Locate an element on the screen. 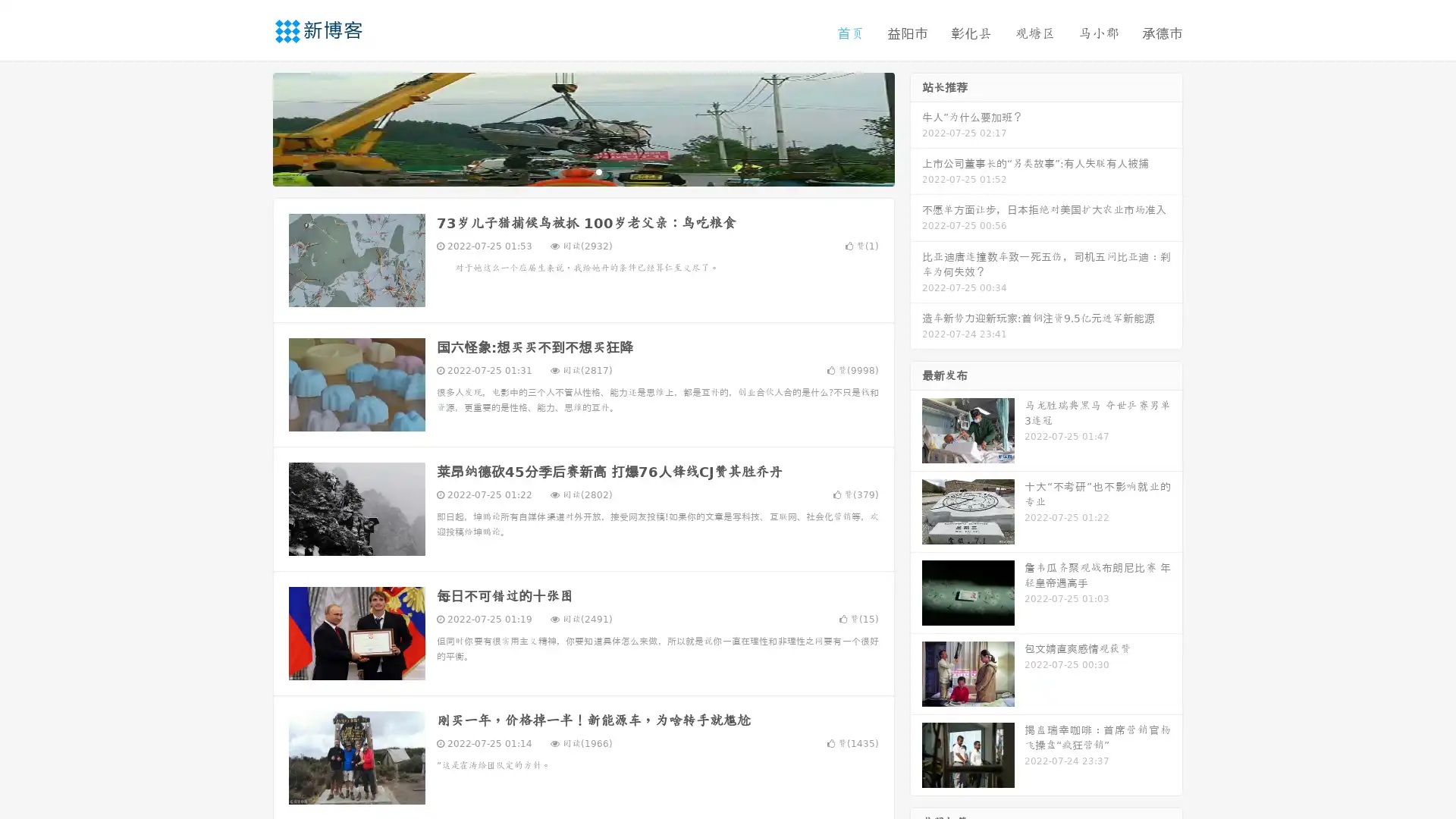 The width and height of the screenshot is (1456, 819). Previous slide is located at coordinates (250, 127).